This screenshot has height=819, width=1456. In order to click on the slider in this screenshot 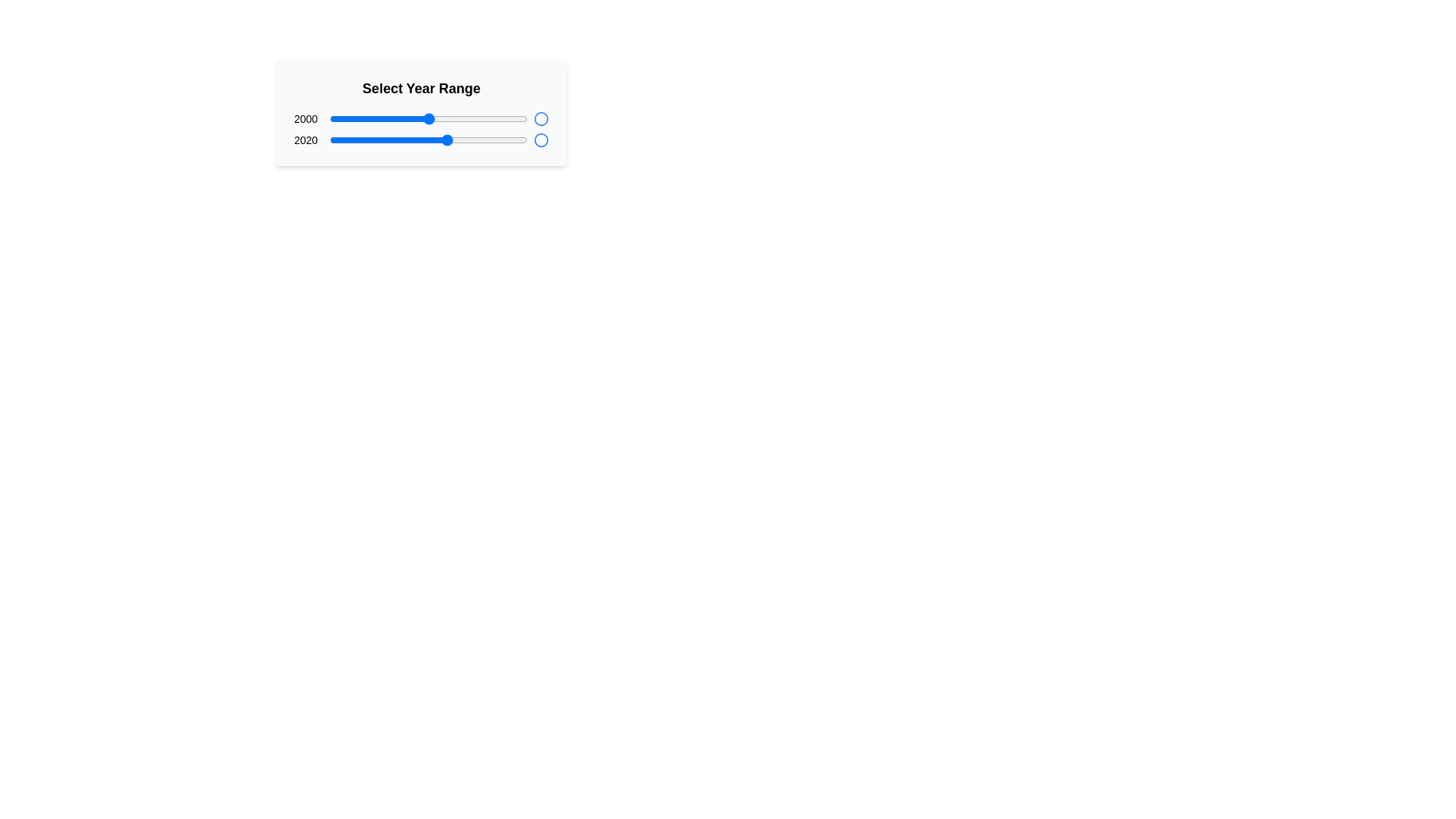, I will do `click(513, 118)`.